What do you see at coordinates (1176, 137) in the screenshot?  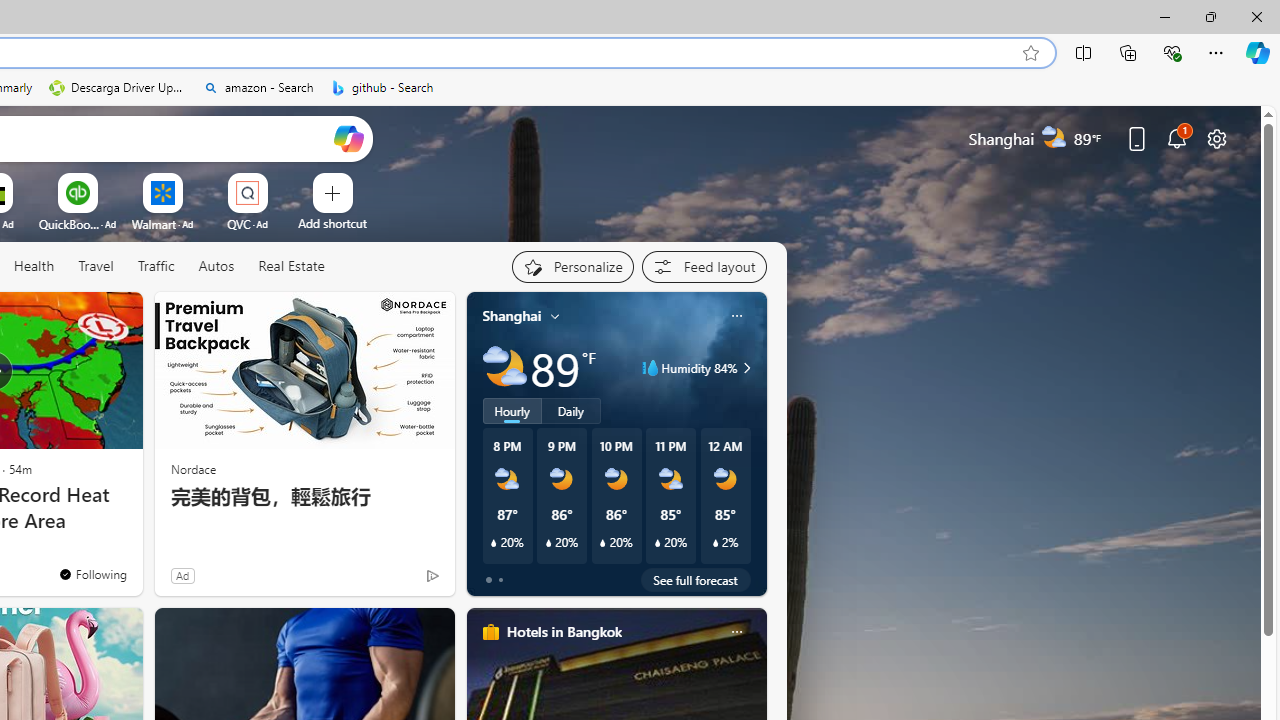 I see `'Notifications'` at bounding box center [1176, 137].